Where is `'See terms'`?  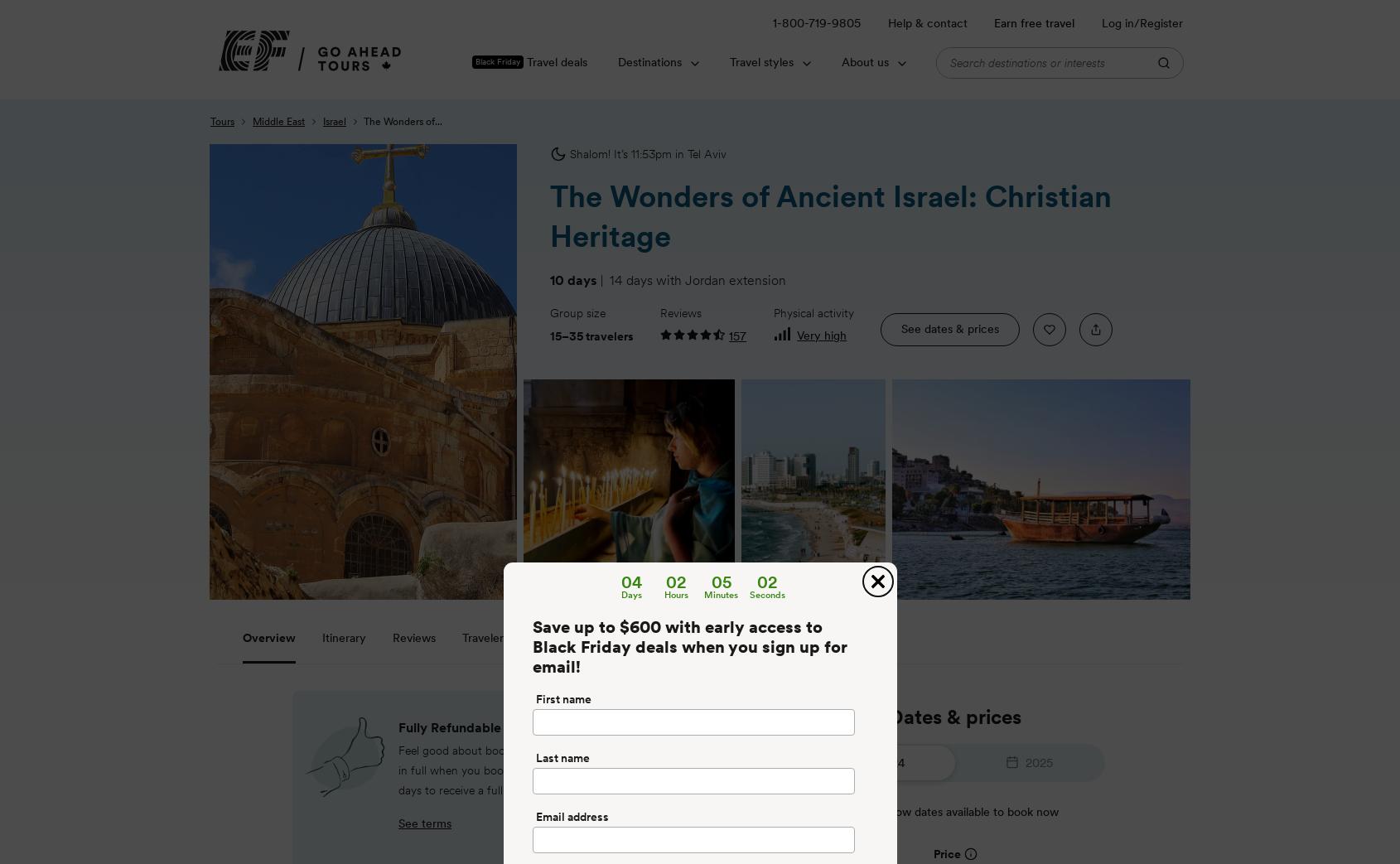 'See terms' is located at coordinates (424, 823).